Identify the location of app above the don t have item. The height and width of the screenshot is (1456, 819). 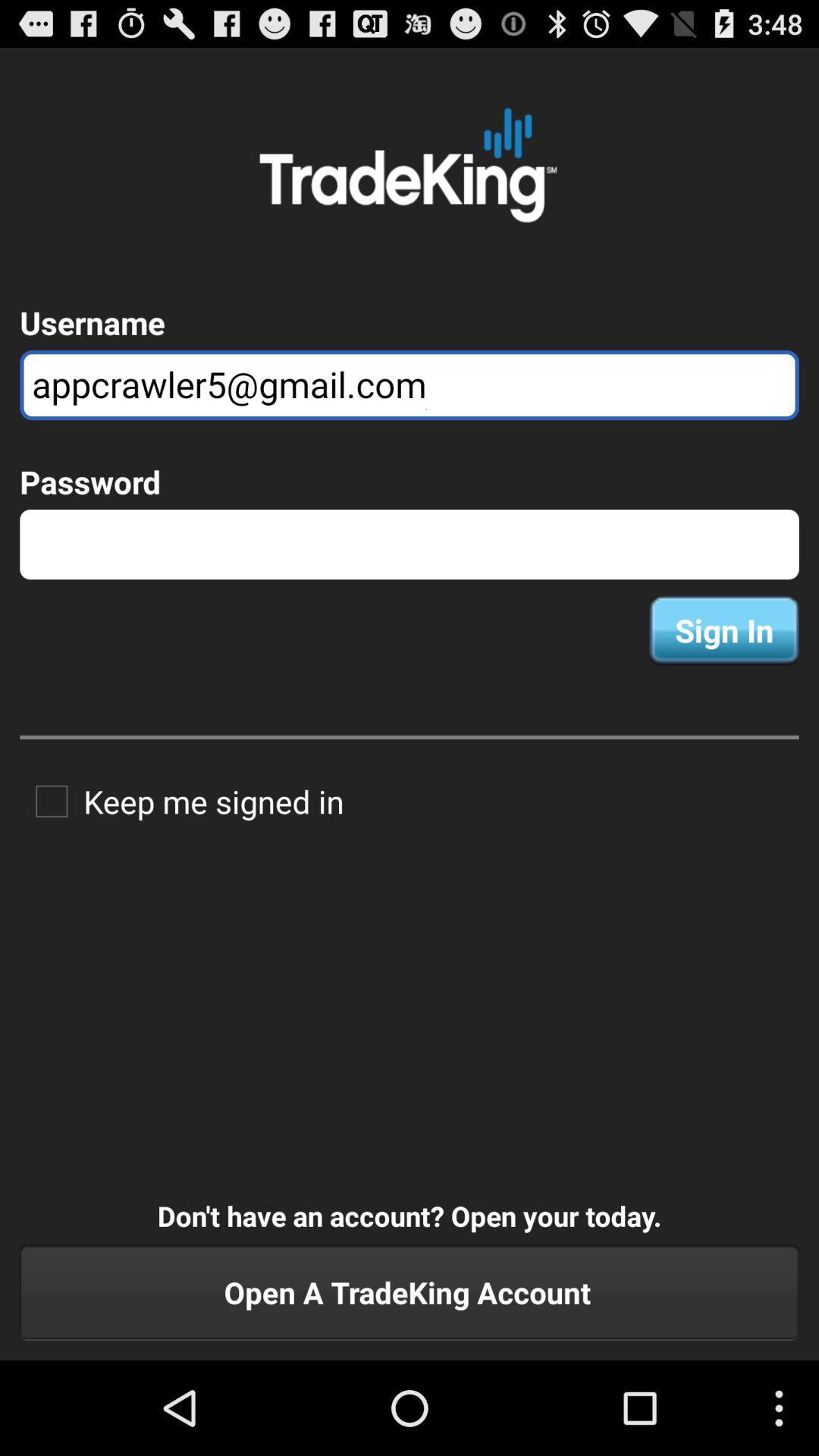
(180, 800).